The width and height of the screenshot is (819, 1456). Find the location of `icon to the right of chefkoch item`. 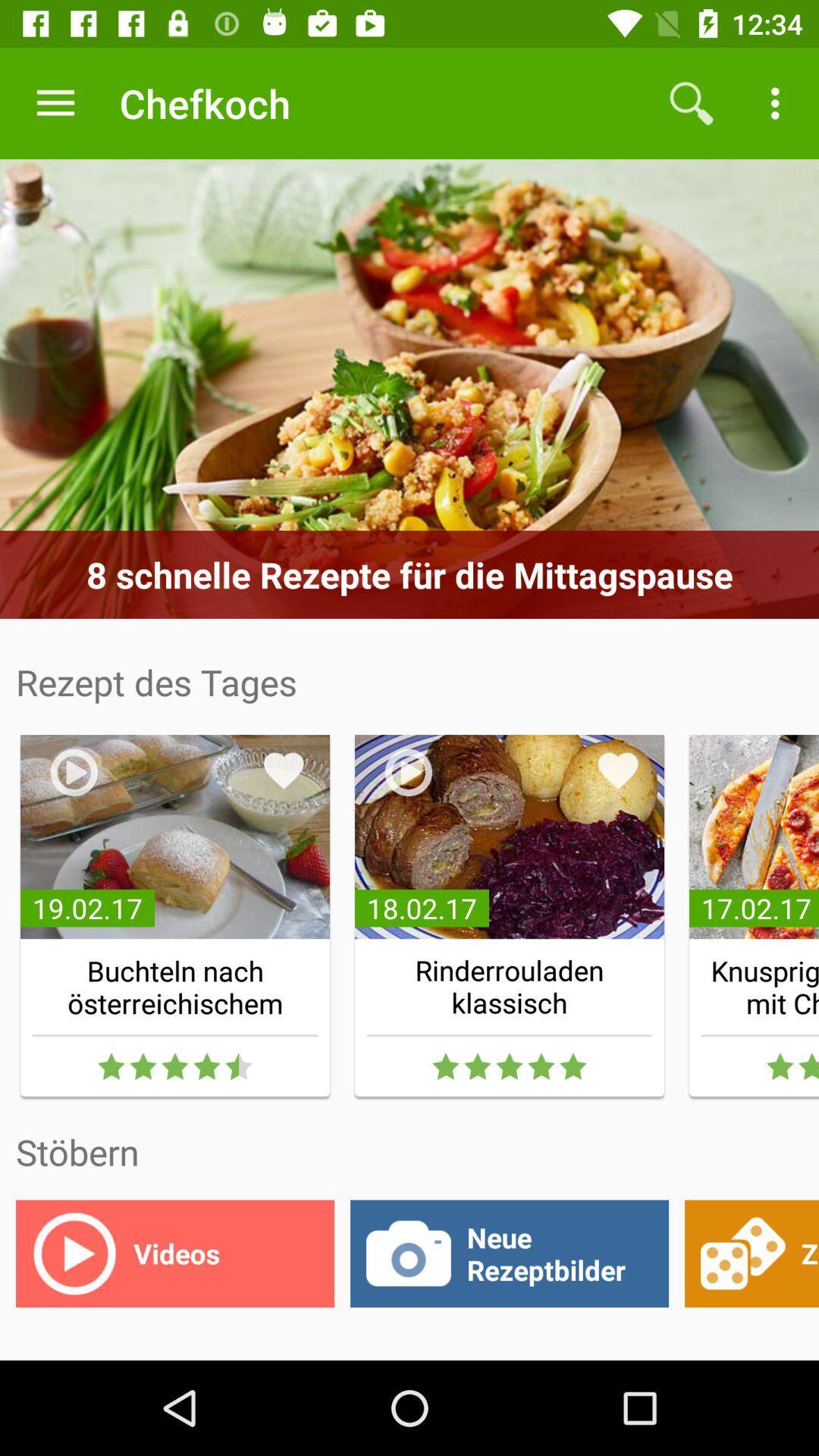

icon to the right of chefkoch item is located at coordinates (691, 102).